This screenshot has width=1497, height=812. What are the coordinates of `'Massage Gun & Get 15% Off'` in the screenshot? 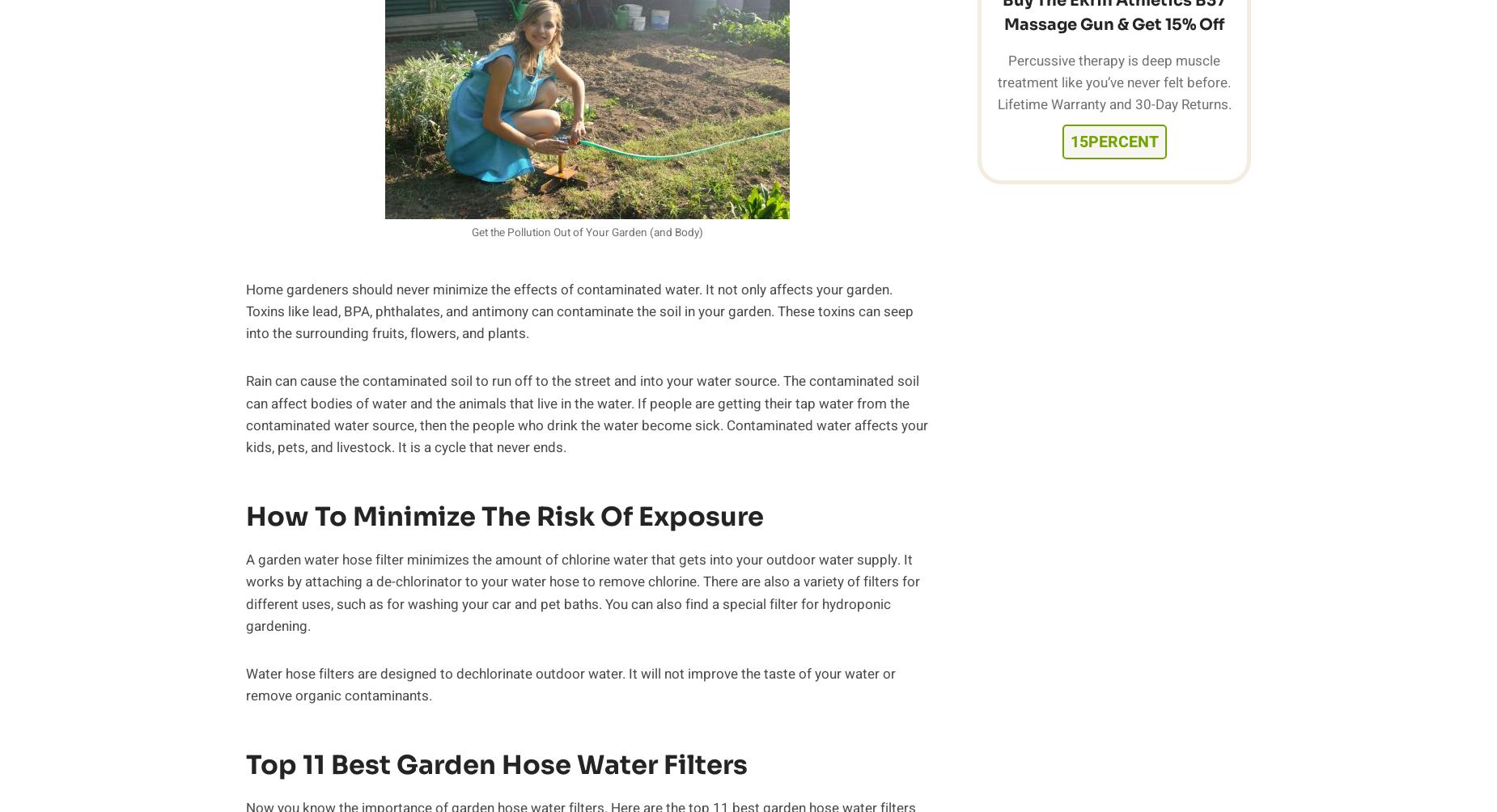 It's located at (1113, 24).